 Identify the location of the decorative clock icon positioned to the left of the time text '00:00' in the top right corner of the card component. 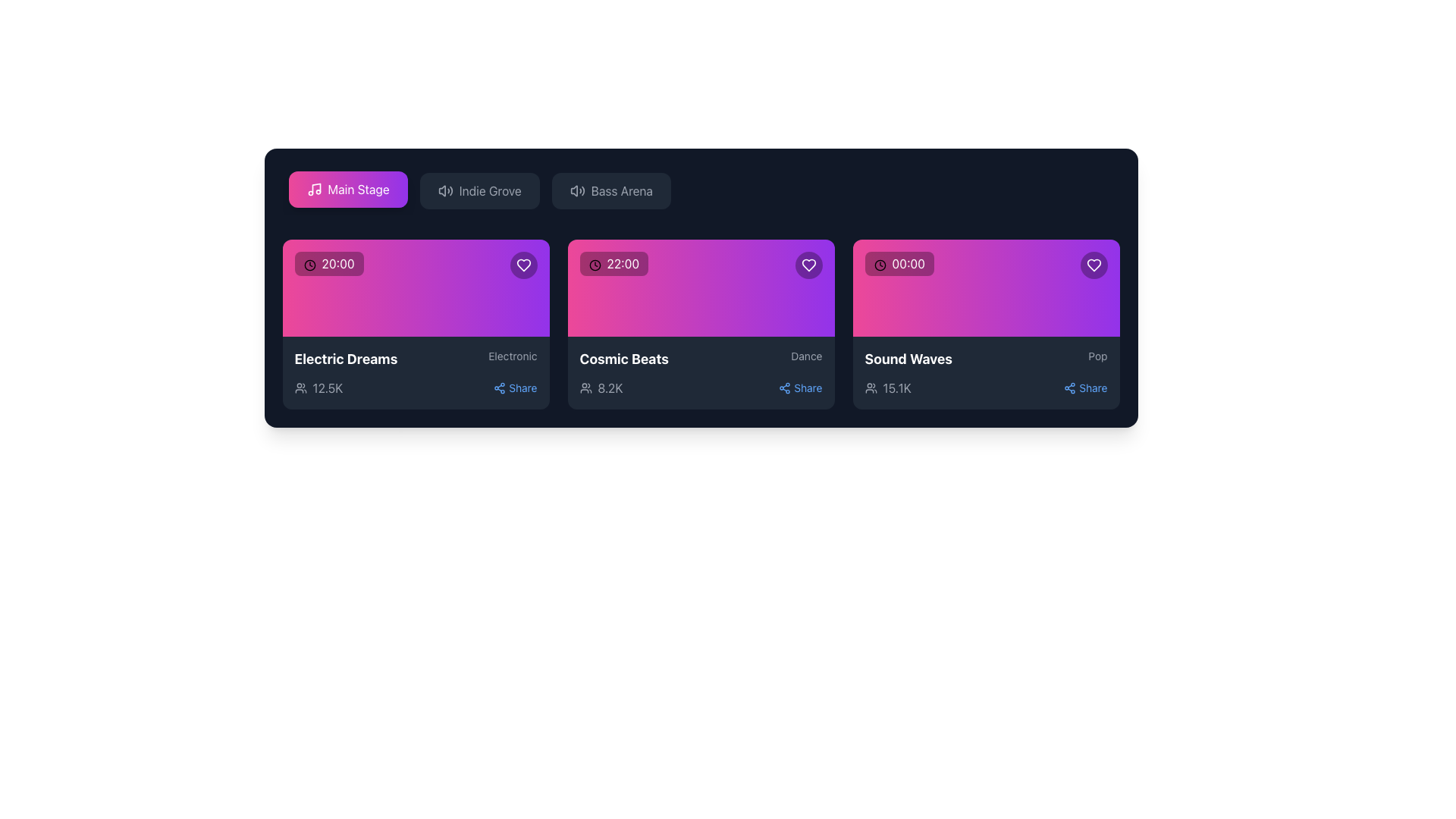
(880, 264).